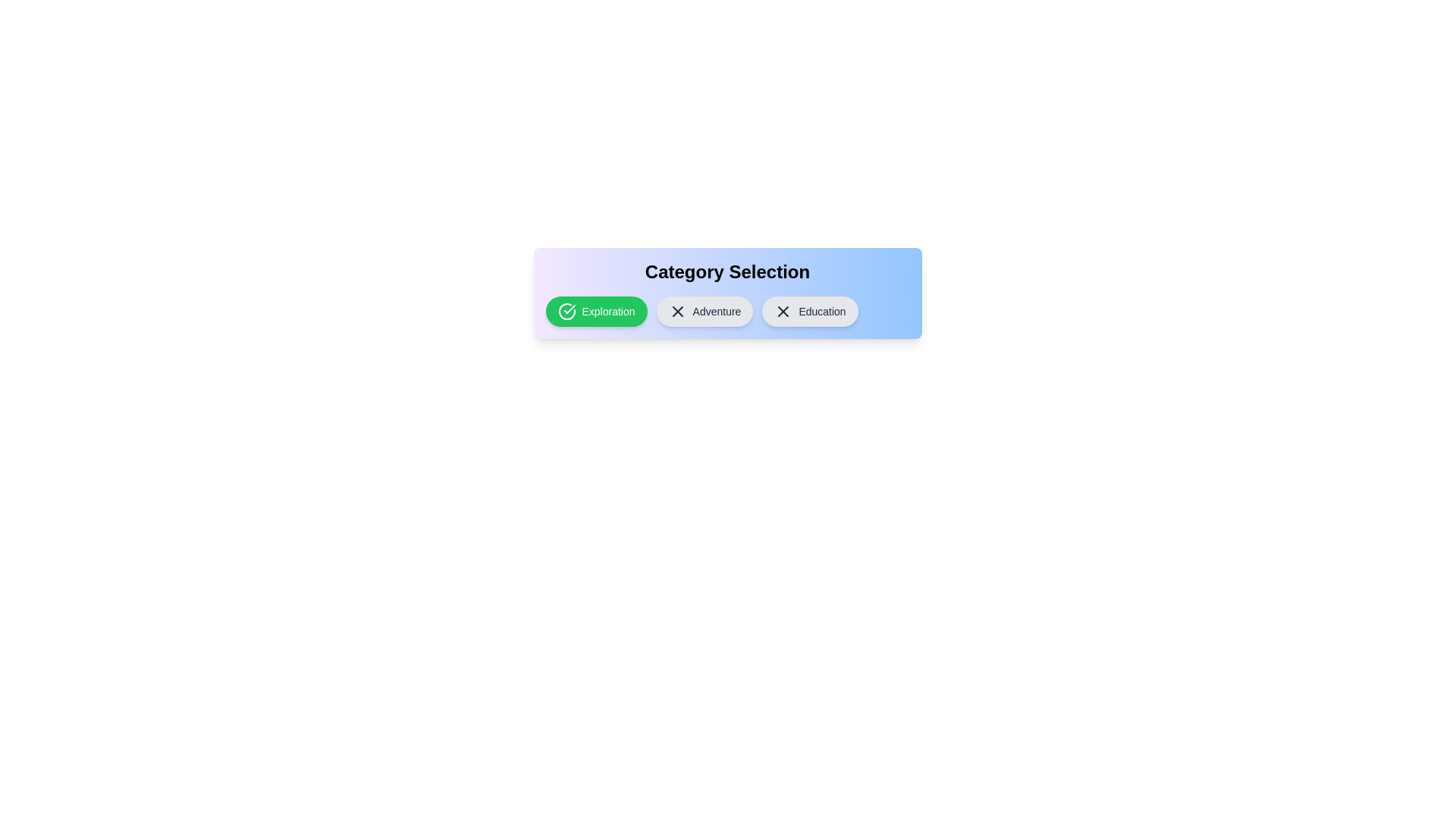 The width and height of the screenshot is (1456, 819). I want to click on the 'Exploration' category to deselect it, so click(595, 311).